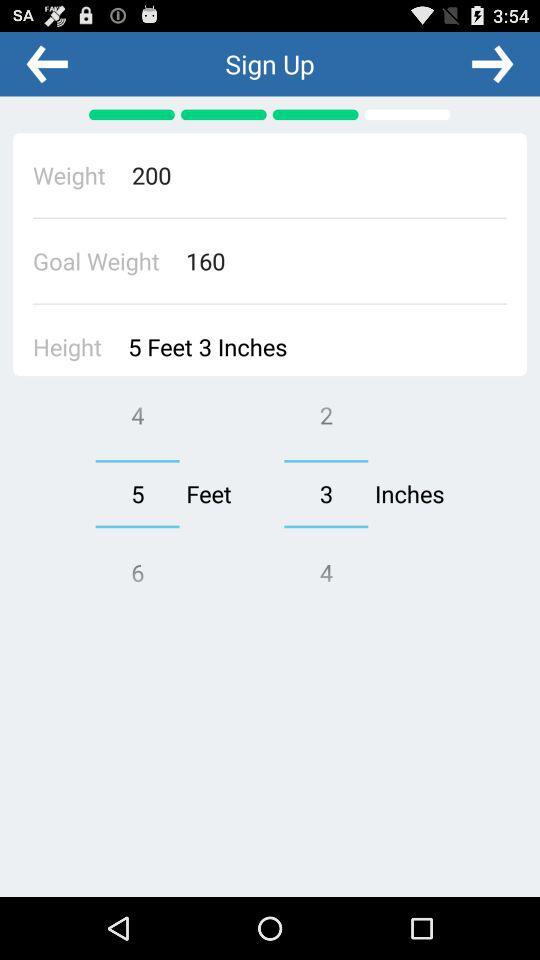 The image size is (540, 960). What do you see at coordinates (47, 68) in the screenshot?
I see `the arrow_backward icon` at bounding box center [47, 68].